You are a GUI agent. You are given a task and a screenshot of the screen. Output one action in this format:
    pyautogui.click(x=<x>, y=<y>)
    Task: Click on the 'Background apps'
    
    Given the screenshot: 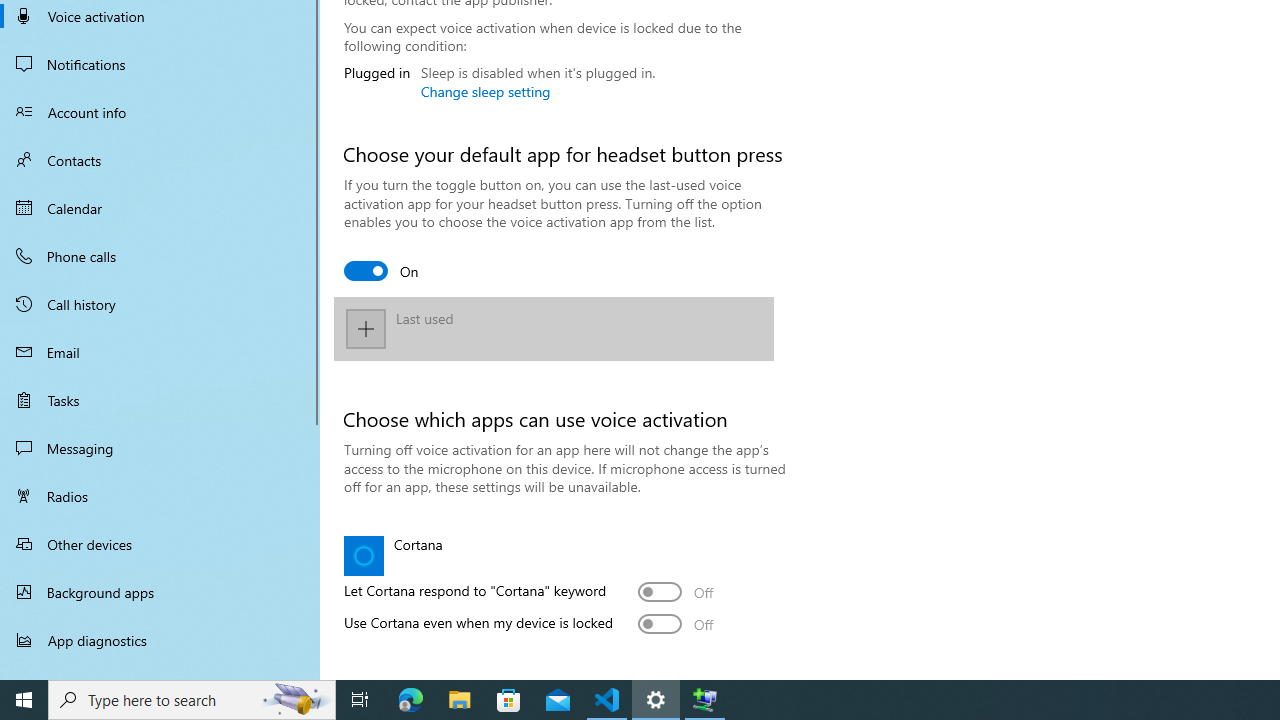 What is the action you would take?
    pyautogui.click(x=160, y=591)
    